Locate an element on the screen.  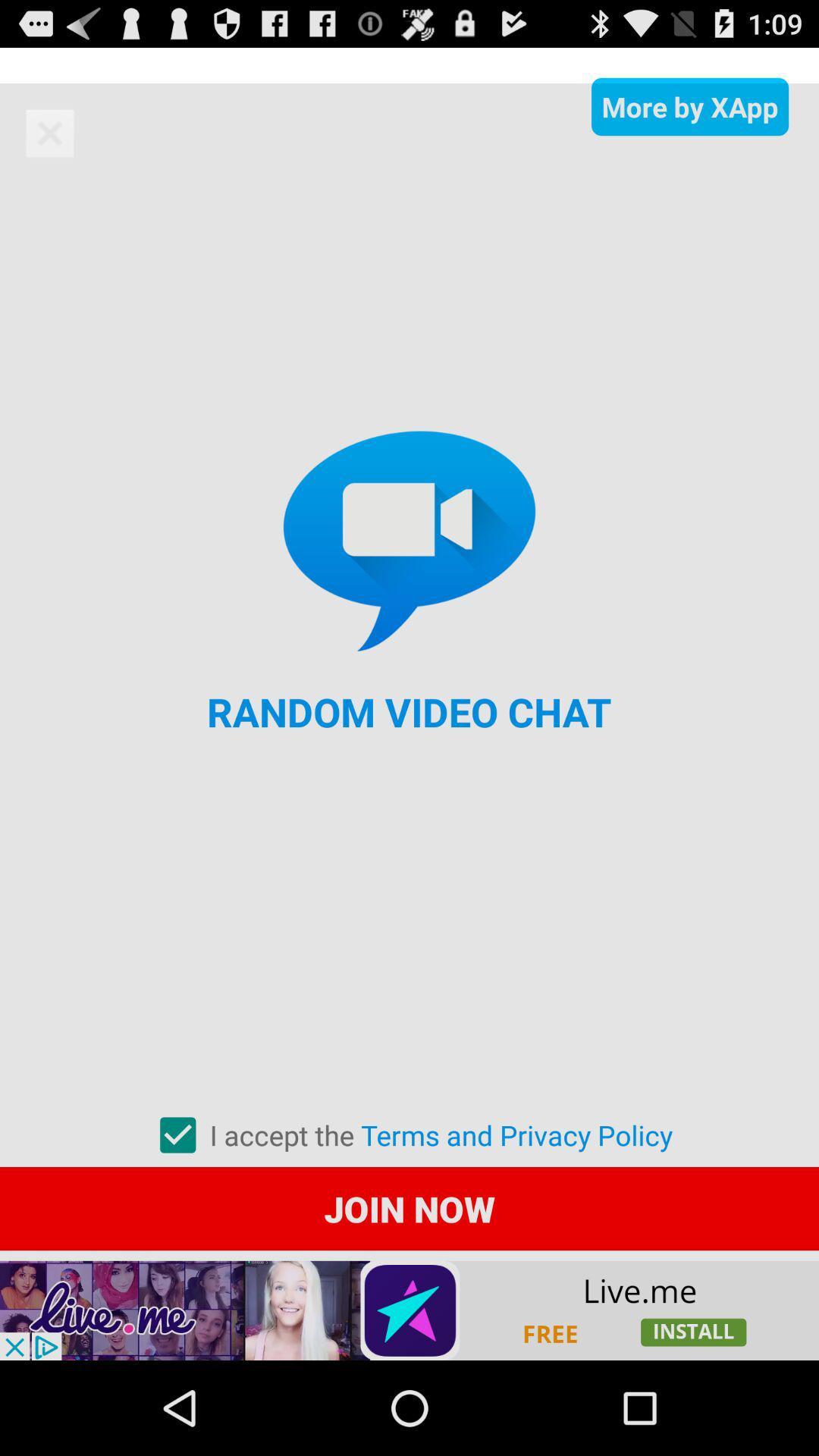
advertisement is located at coordinates (409, 1310).